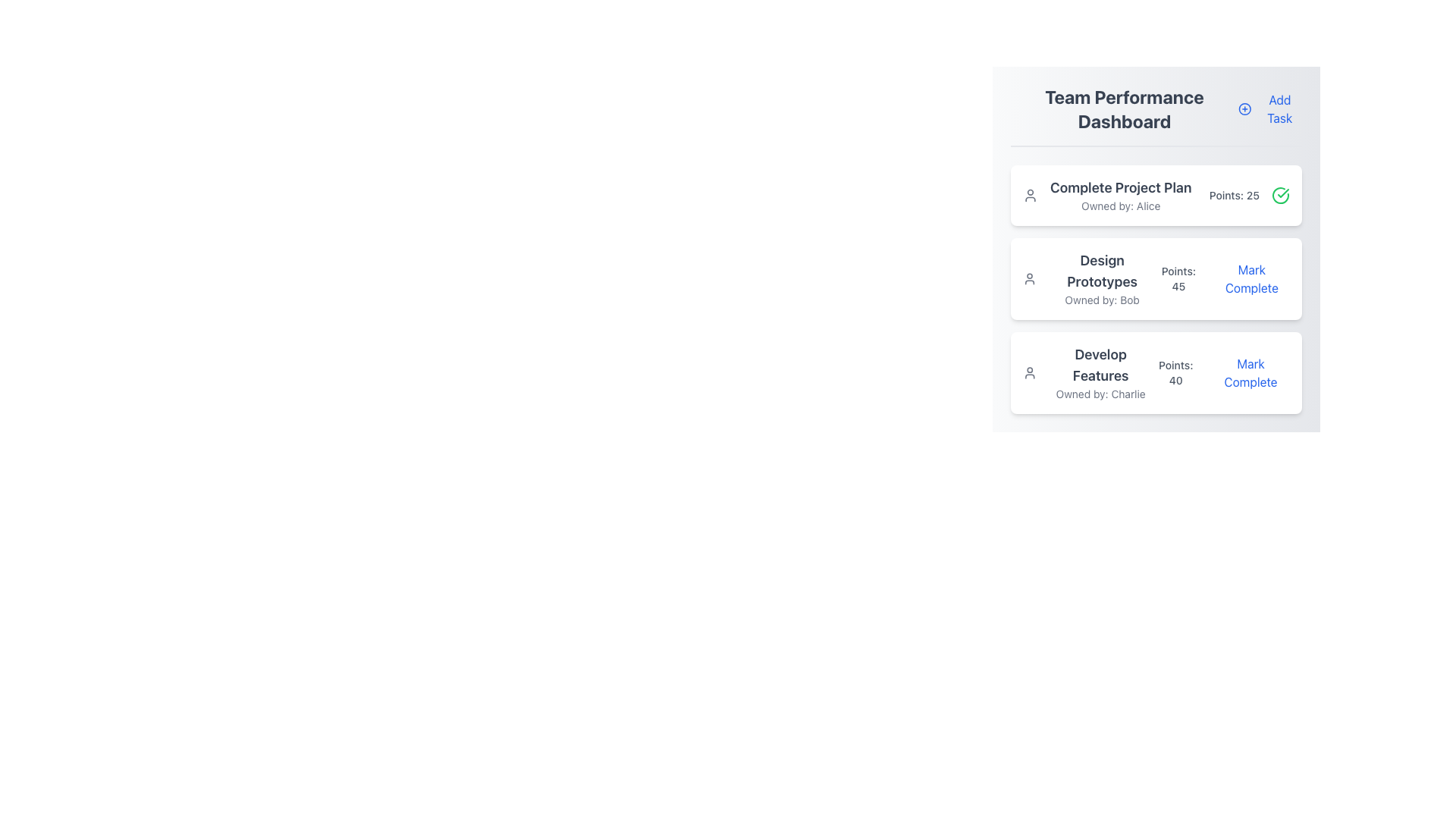 Image resolution: width=1456 pixels, height=819 pixels. Describe the element at coordinates (1030, 373) in the screenshot. I see `the leftmost icon in the third item labeled 'Develop Features' in the 'Team Performance Dashboard' panel` at that location.